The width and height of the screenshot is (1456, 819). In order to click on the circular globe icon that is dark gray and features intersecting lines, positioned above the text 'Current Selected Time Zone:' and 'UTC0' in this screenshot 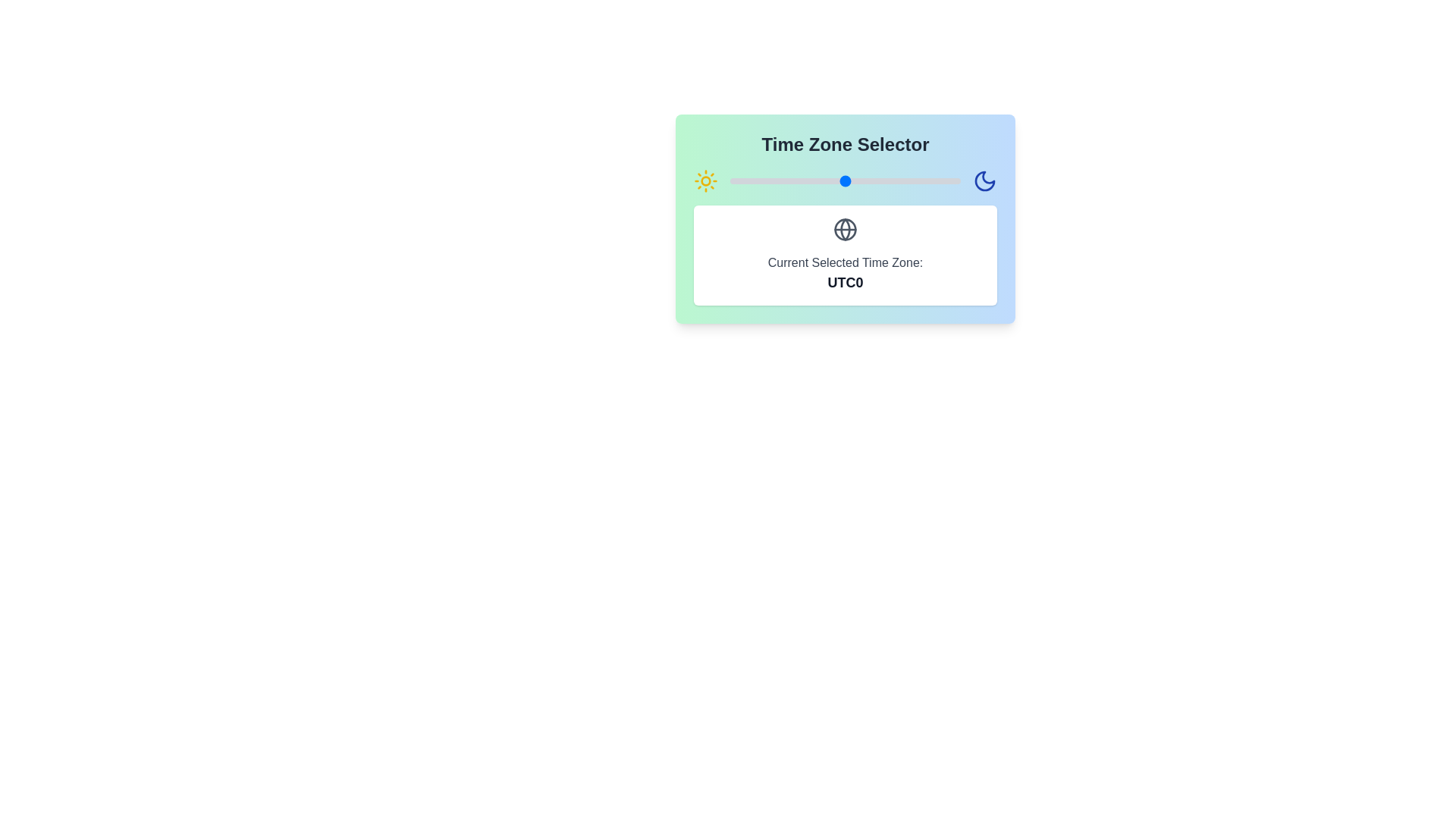, I will do `click(844, 230)`.